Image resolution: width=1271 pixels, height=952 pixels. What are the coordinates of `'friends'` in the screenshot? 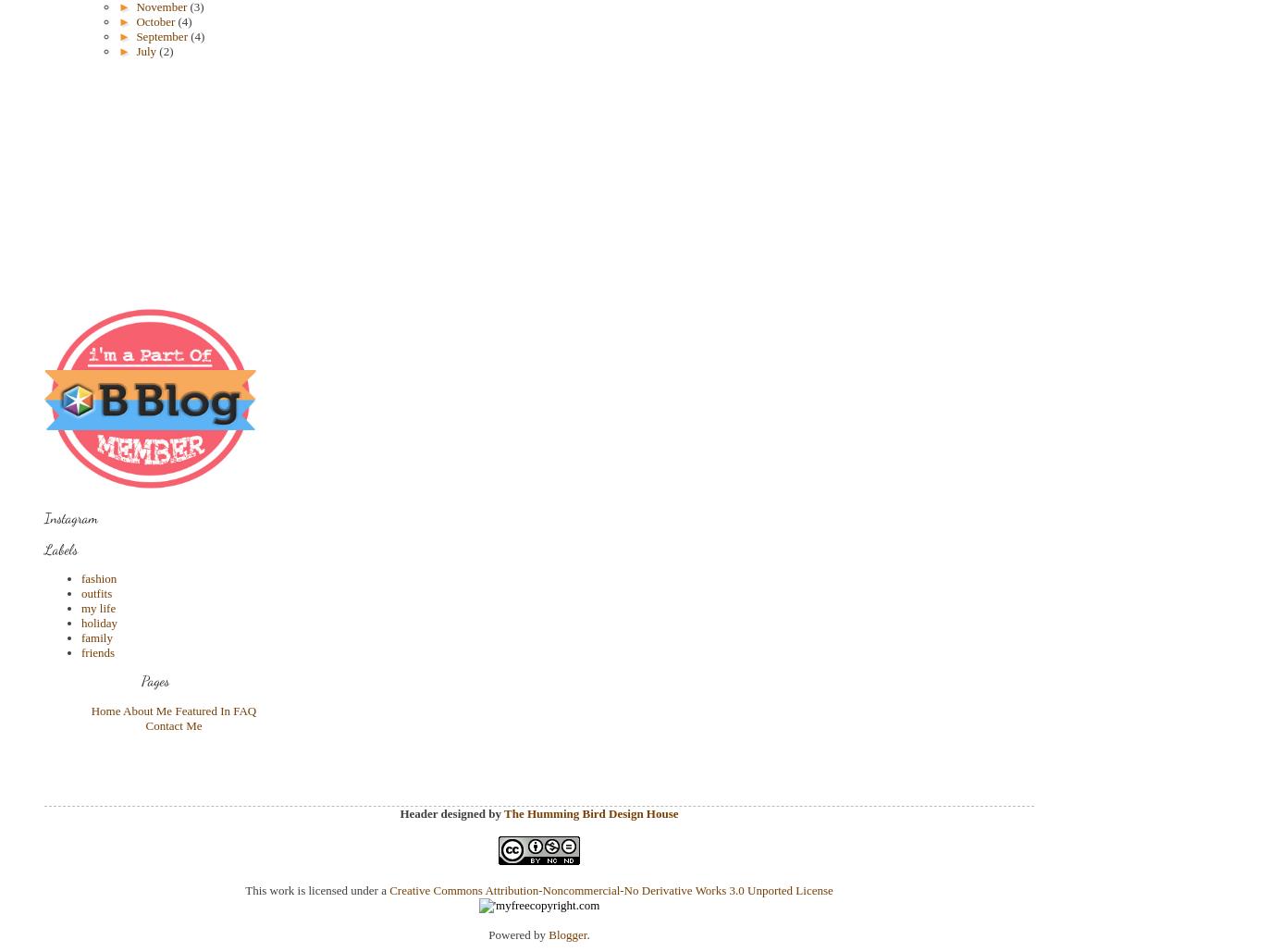 It's located at (80, 651).